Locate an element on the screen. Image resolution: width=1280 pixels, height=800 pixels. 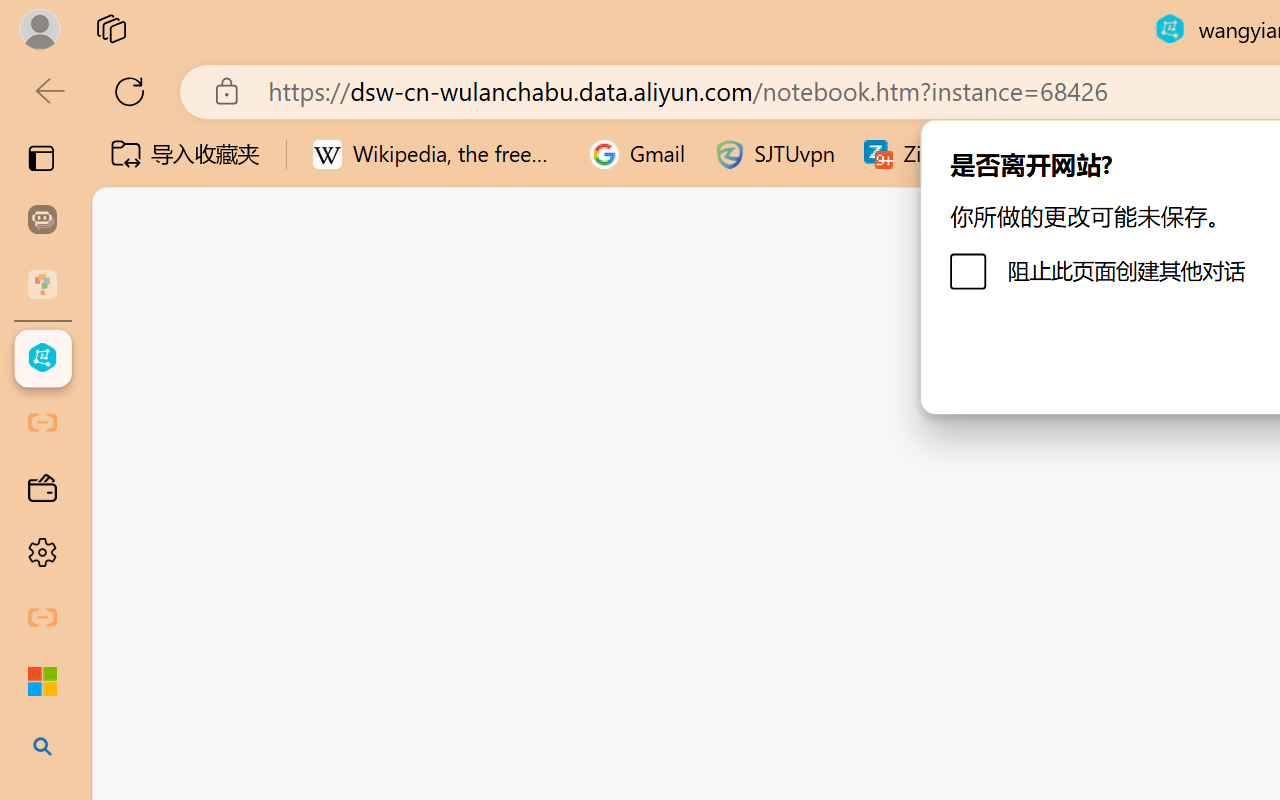
'Explorer Section: workspace' is located at coordinates (331, 409).